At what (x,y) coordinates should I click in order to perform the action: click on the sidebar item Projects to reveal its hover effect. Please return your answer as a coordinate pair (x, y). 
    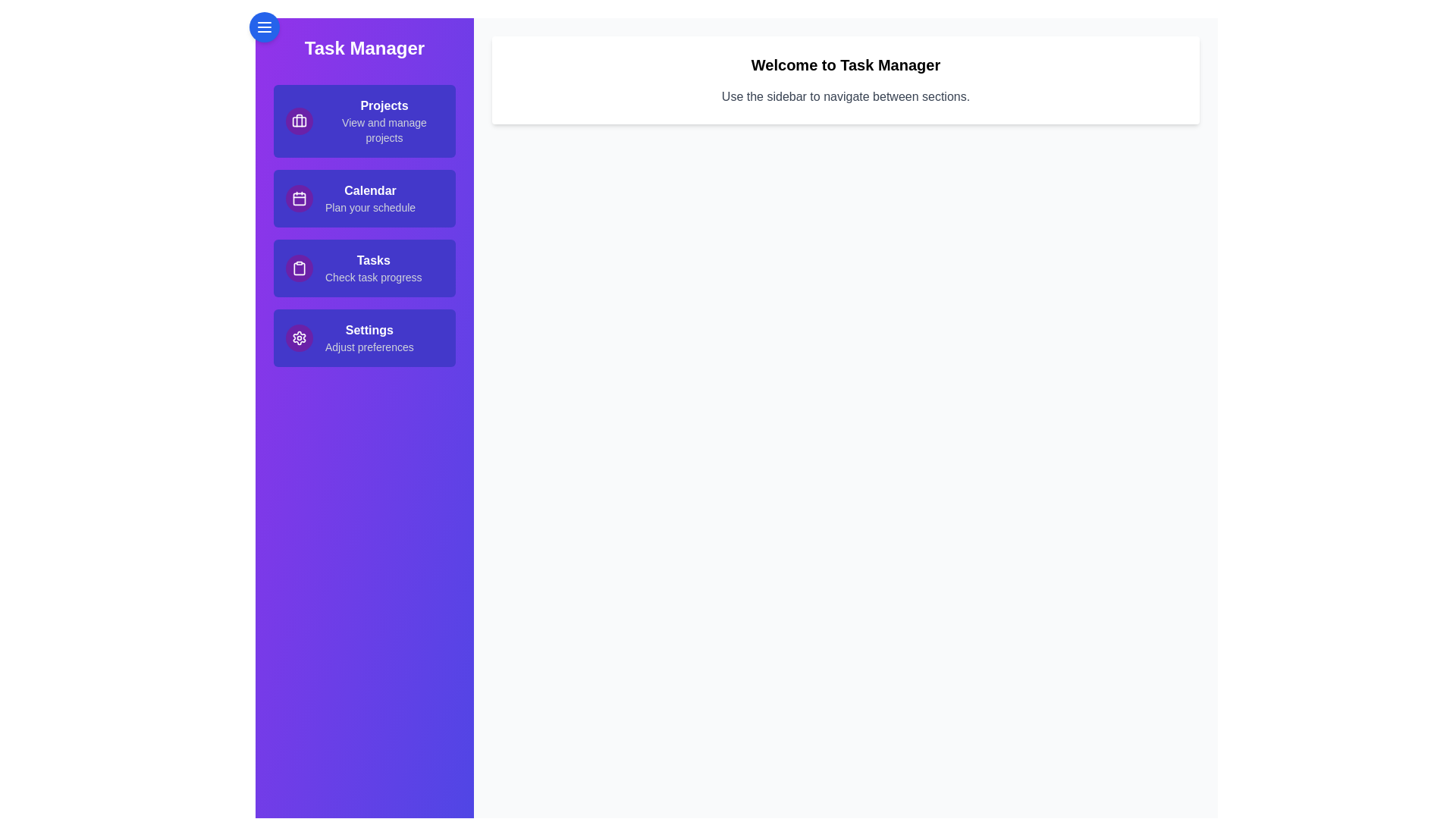
    Looking at the image, I should click on (364, 120).